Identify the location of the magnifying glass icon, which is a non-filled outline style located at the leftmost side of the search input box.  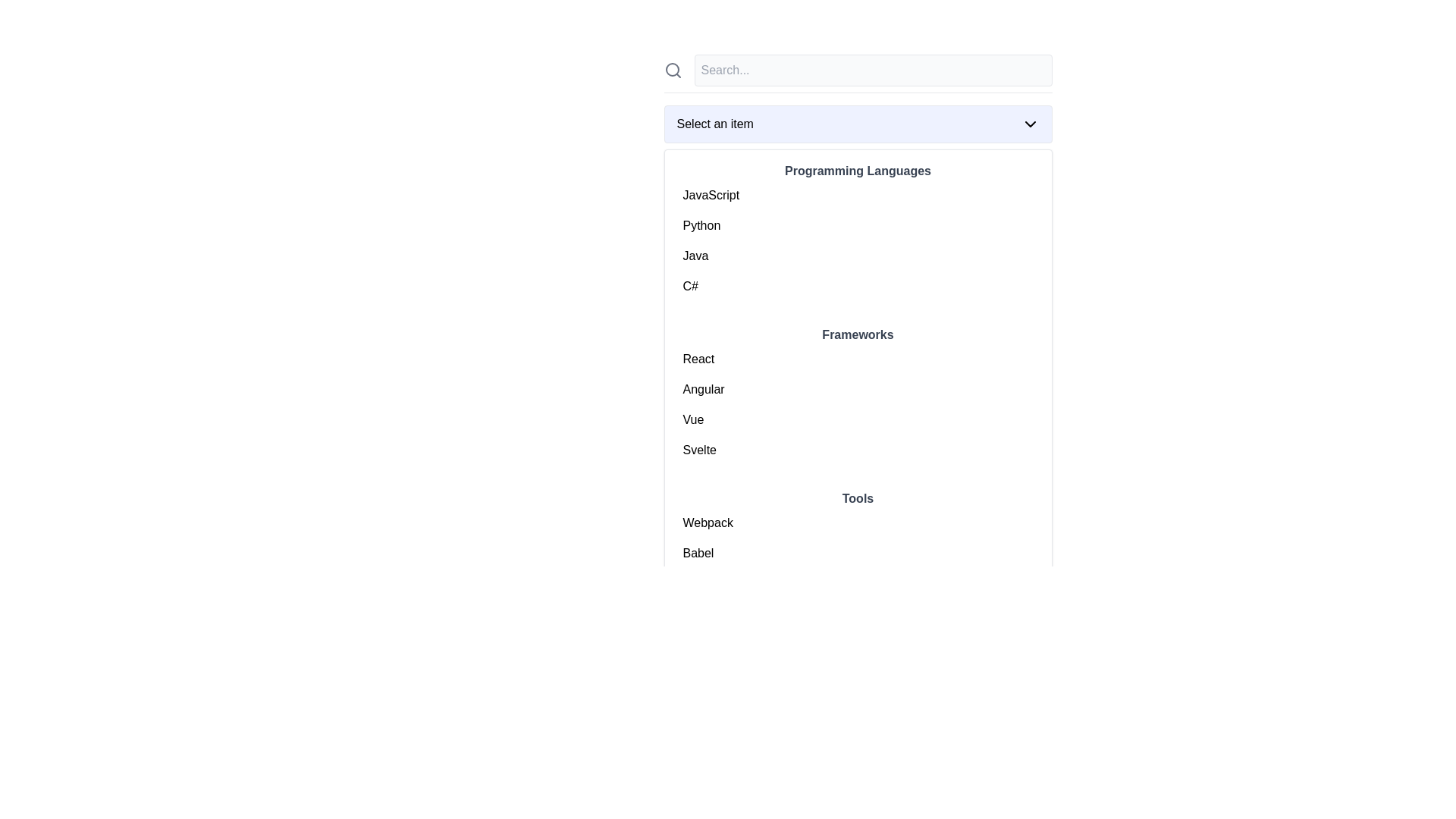
(672, 70).